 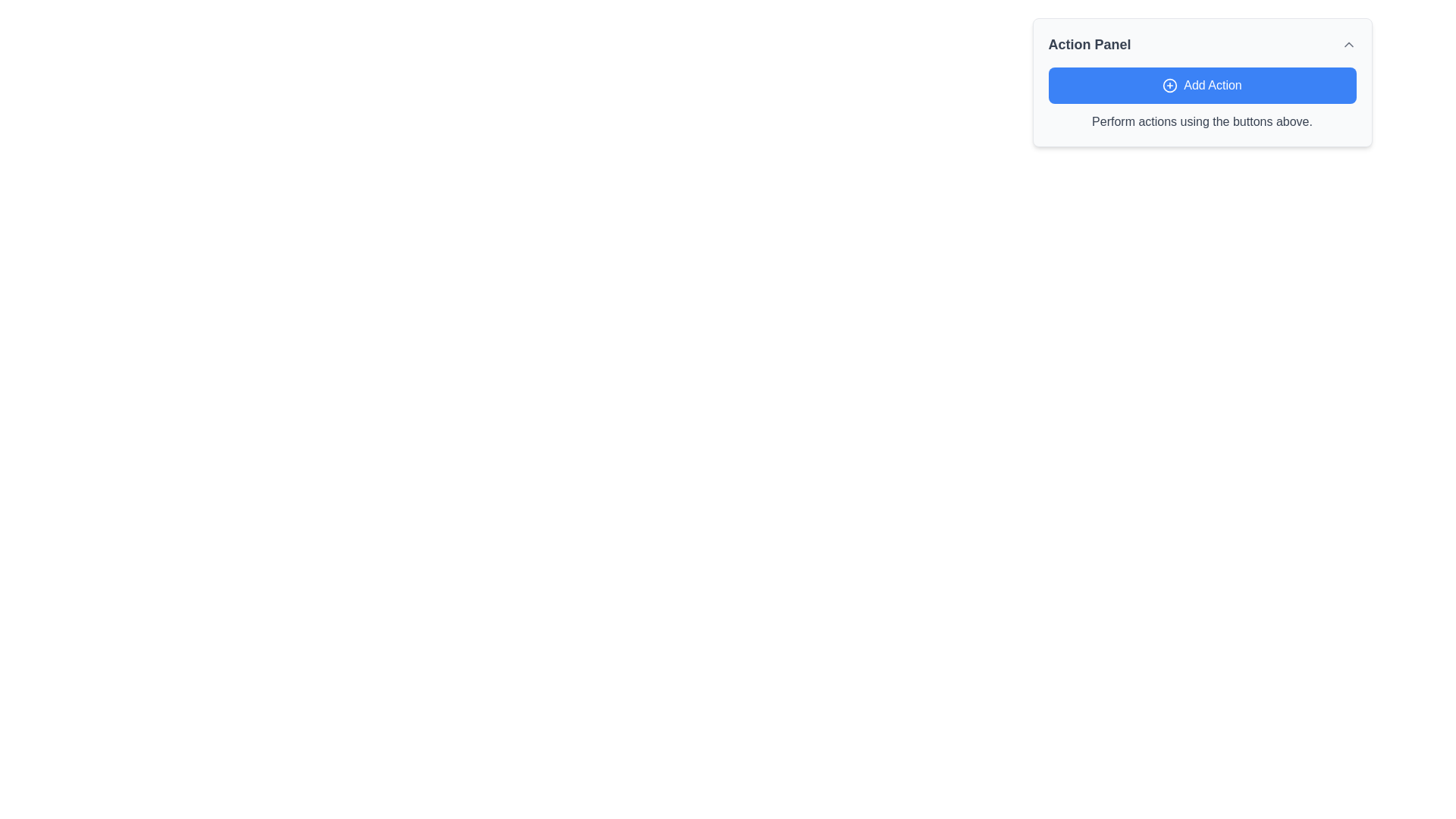 What do you see at coordinates (1169, 85) in the screenshot?
I see `the SVG Circle element with a blue outline and white fill, which is centered within the 'Add Action' button in the 'Action Panel'` at bounding box center [1169, 85].